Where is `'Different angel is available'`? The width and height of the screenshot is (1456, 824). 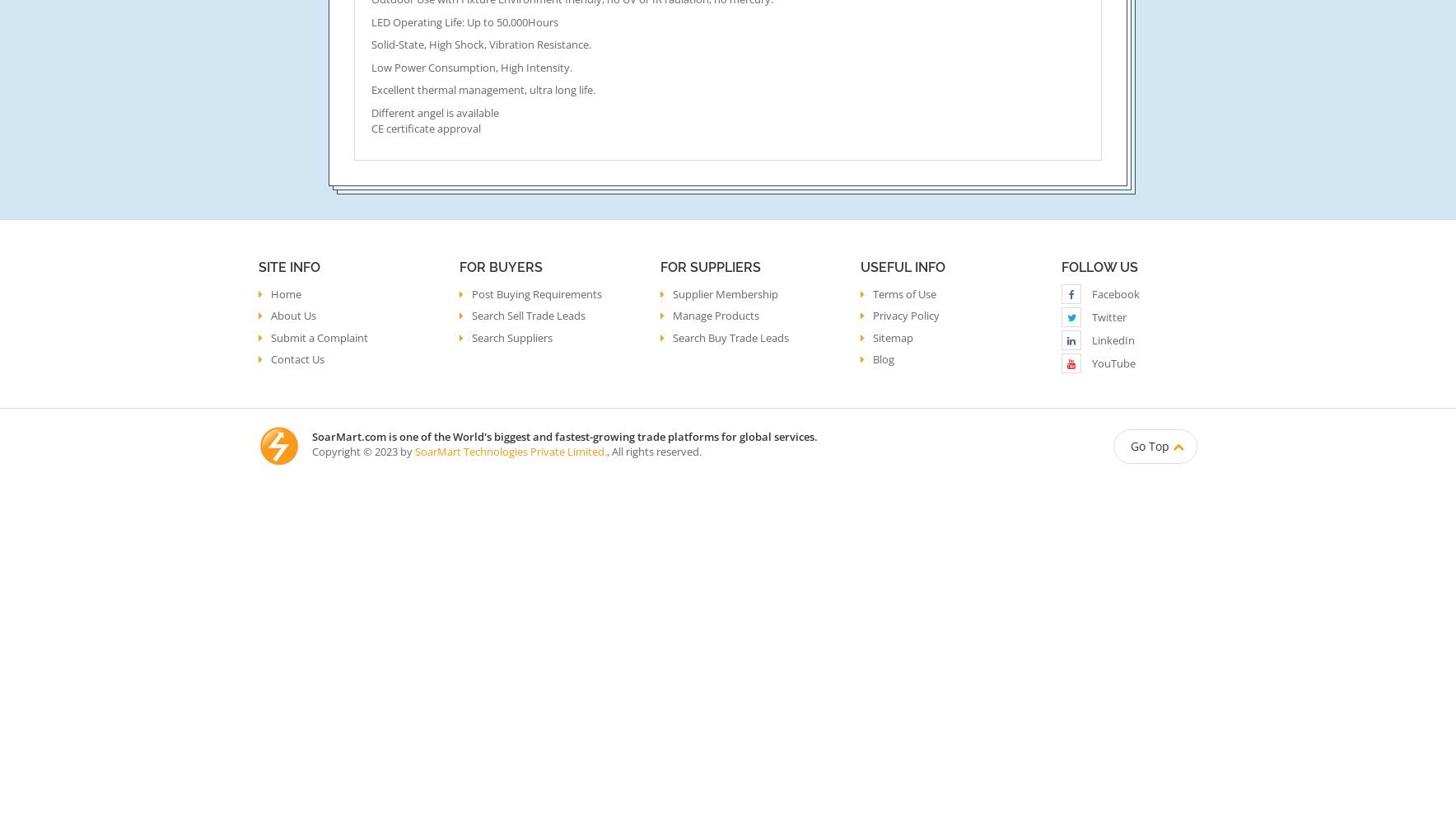 'Different angel is available' is located at coordinates (434, 113).